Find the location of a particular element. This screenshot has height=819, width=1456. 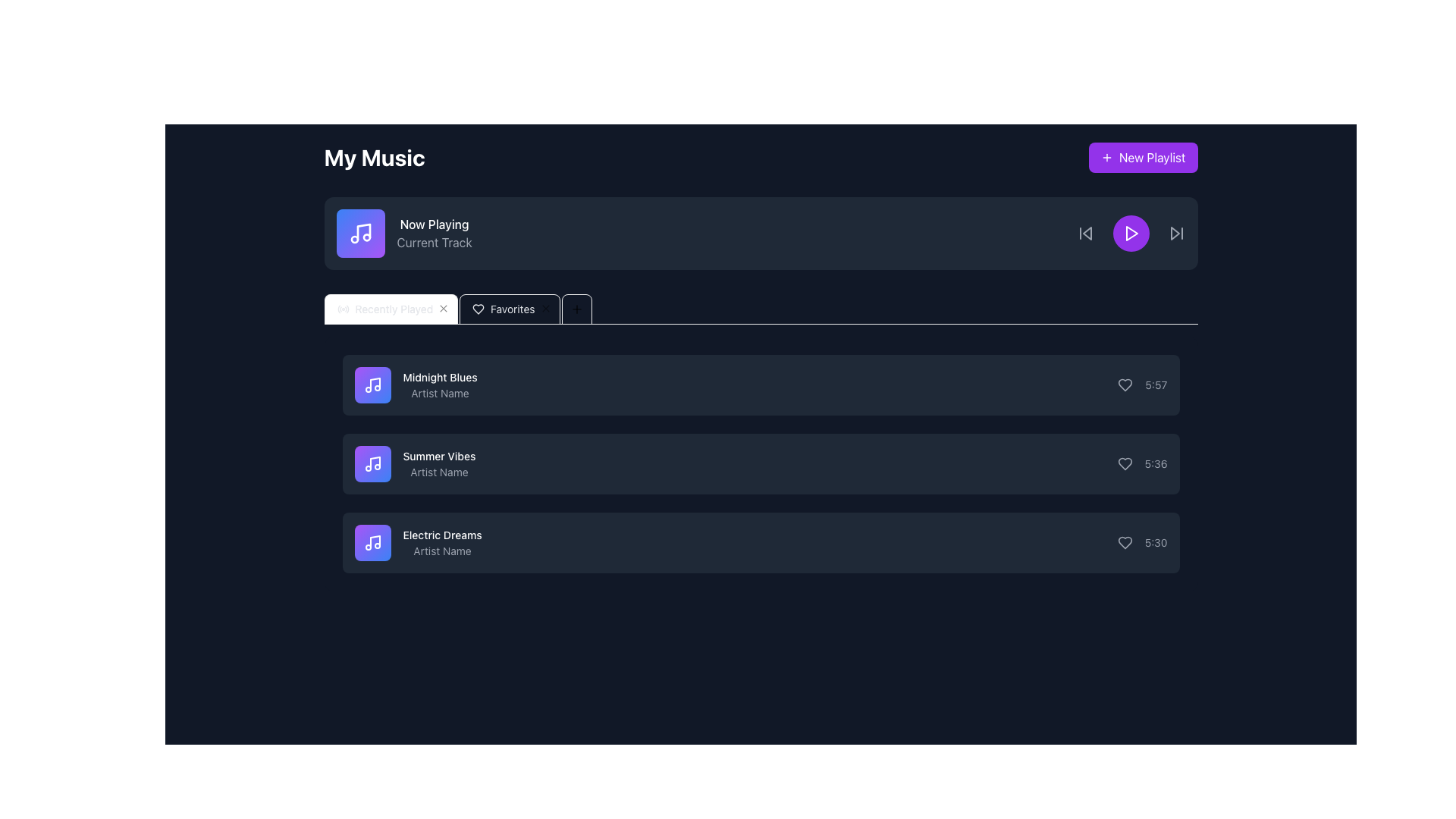

the heart-shaped icon button is located at coordinates (1125, 463).